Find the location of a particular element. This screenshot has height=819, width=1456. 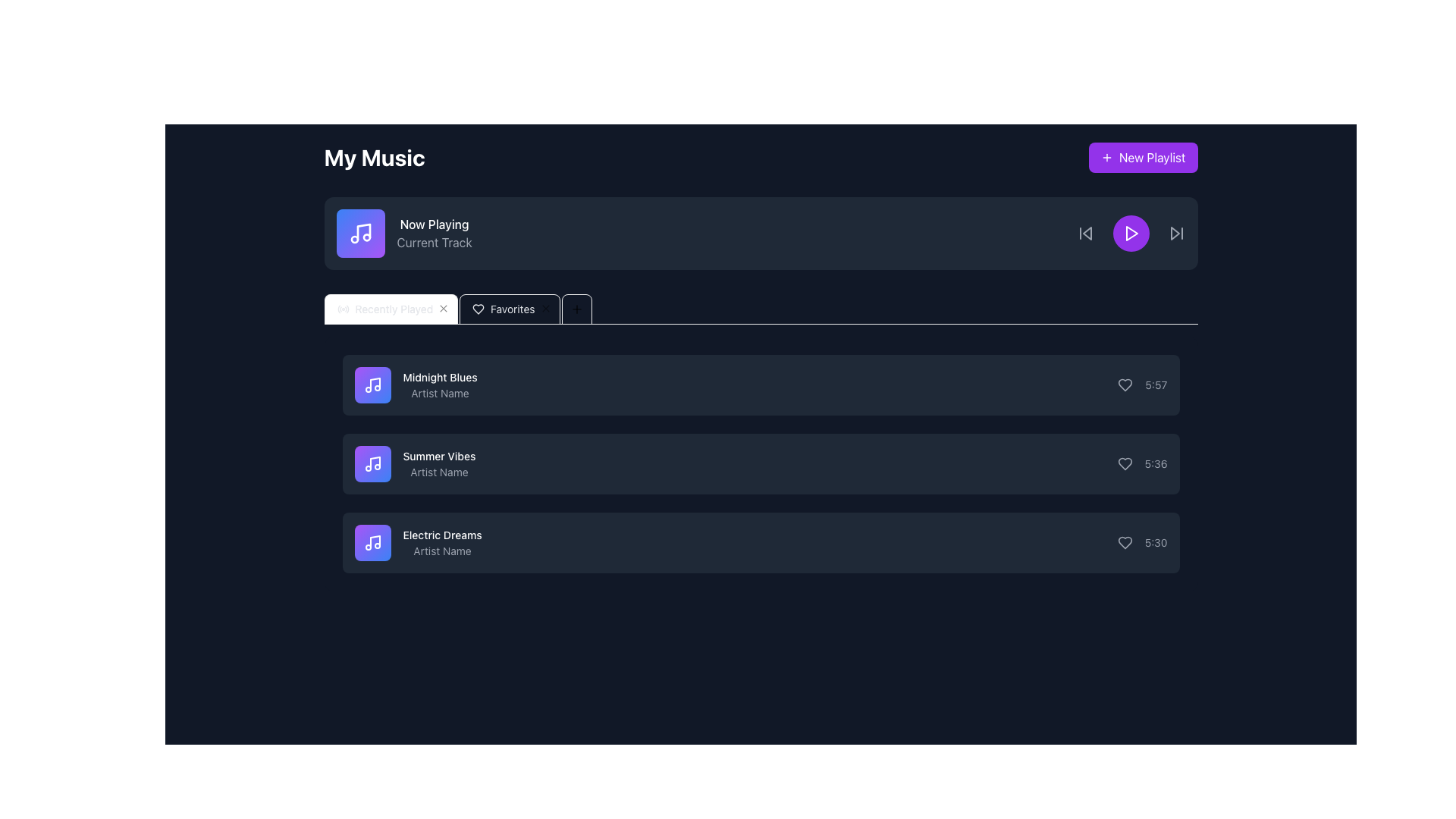

the heart-shaped icon button is located at coordinates (1125, 463).